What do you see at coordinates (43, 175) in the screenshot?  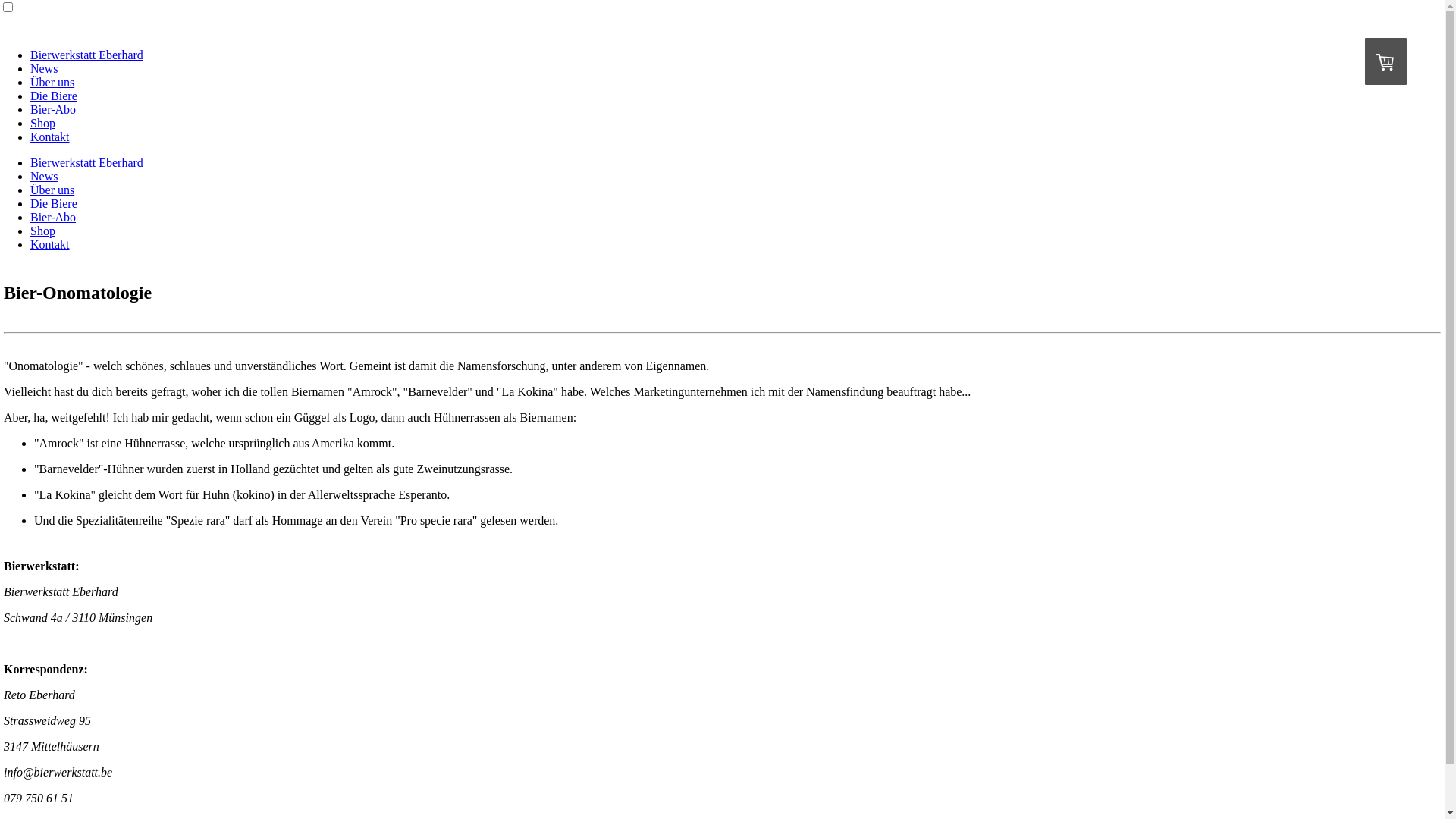 I see `'News'` at bounding box center [43, 175].